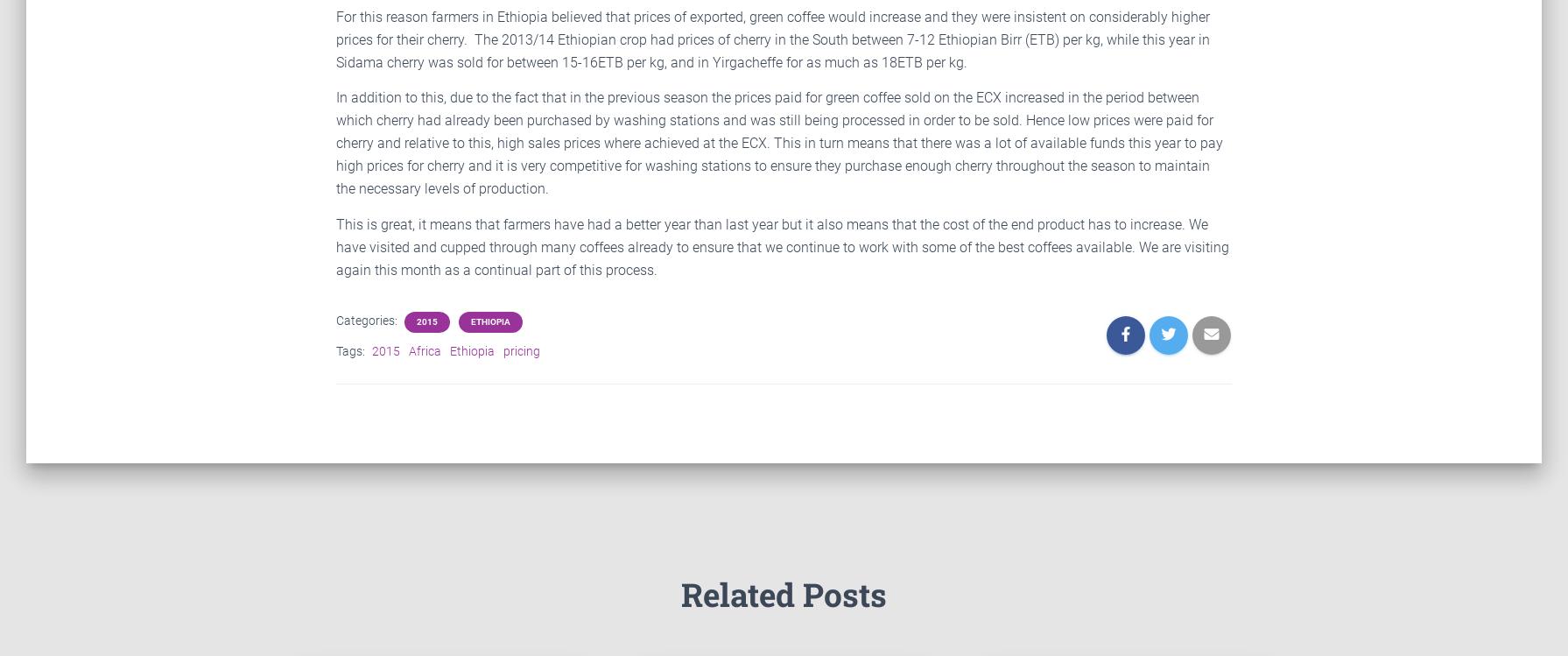 This screenshot has height=656, width=1568. What do you see at coordinates (408, 350) in the screenshot?
I see `'Africa'` at bounding box center [408, 350].